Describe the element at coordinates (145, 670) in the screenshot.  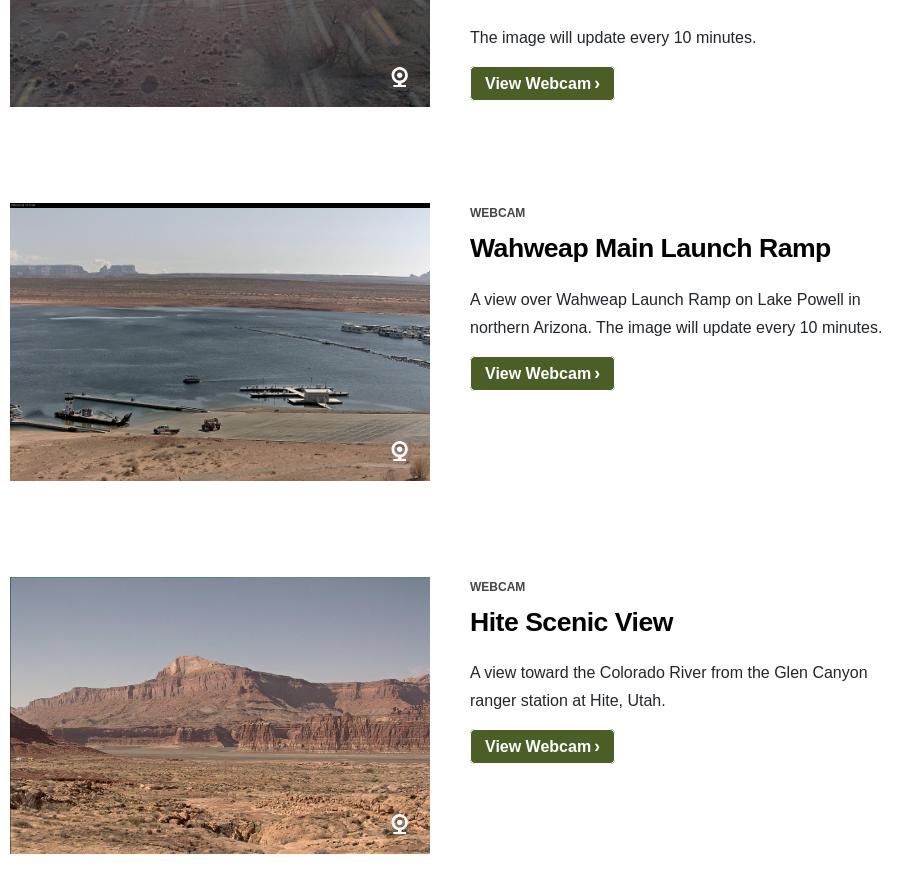
I see `'Youtube'` at that location.